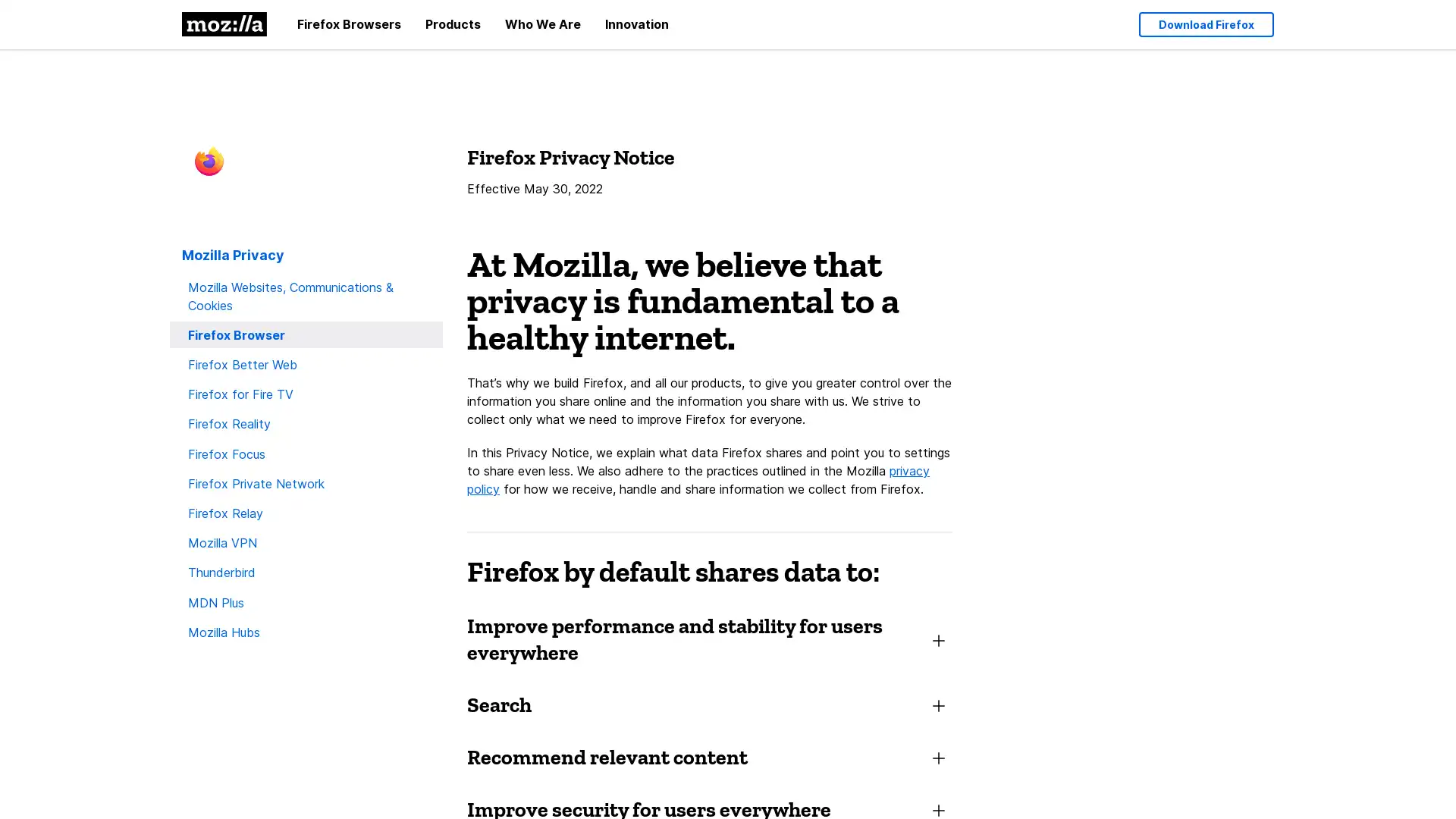 The width and height of the screenshot is (1456, 819). What do you see at coordinates (709, 704) in the screenshot?
I see `Search` at bounding box center [709, 704].